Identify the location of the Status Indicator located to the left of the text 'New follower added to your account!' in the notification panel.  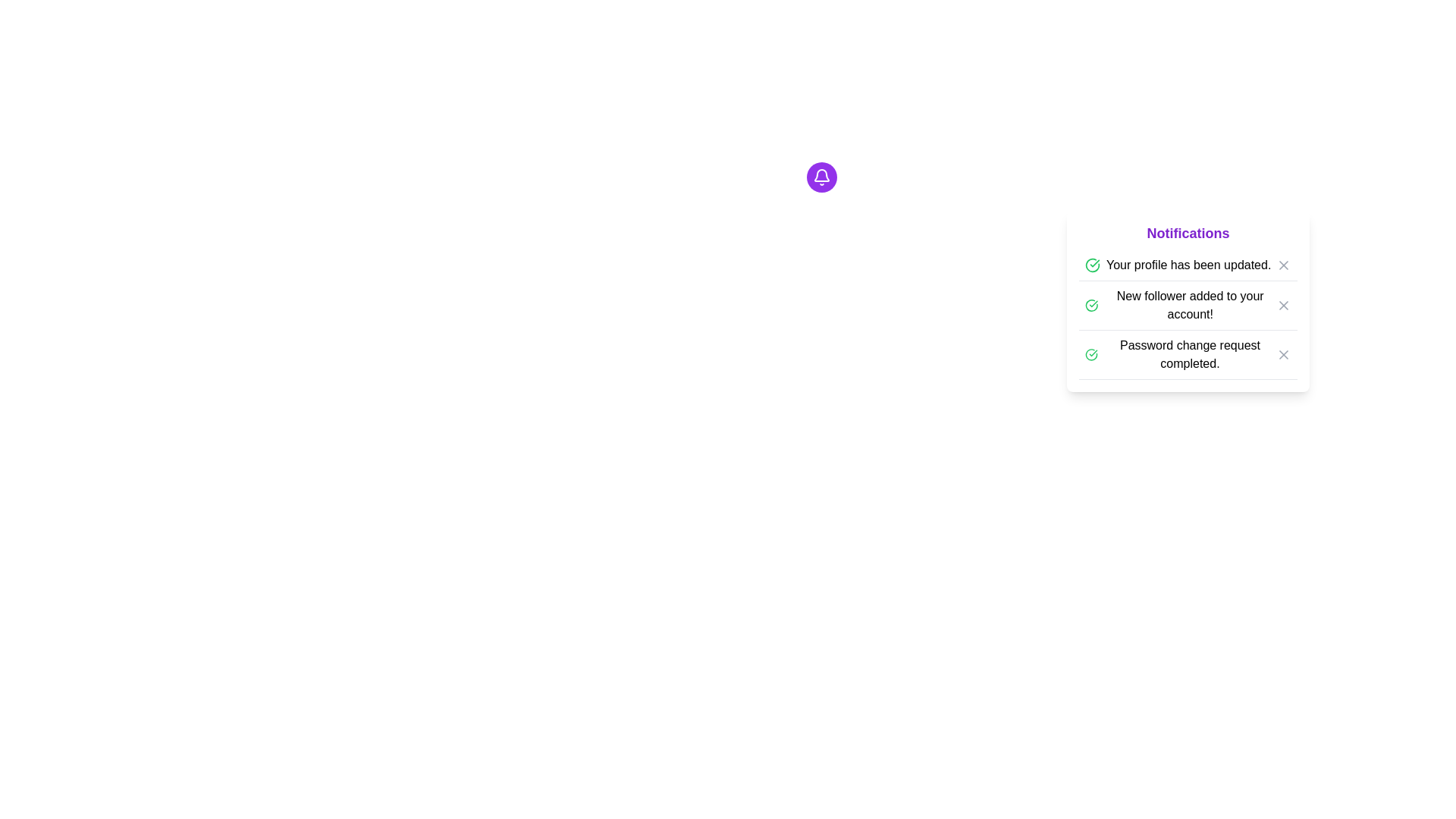
(1090, 305).